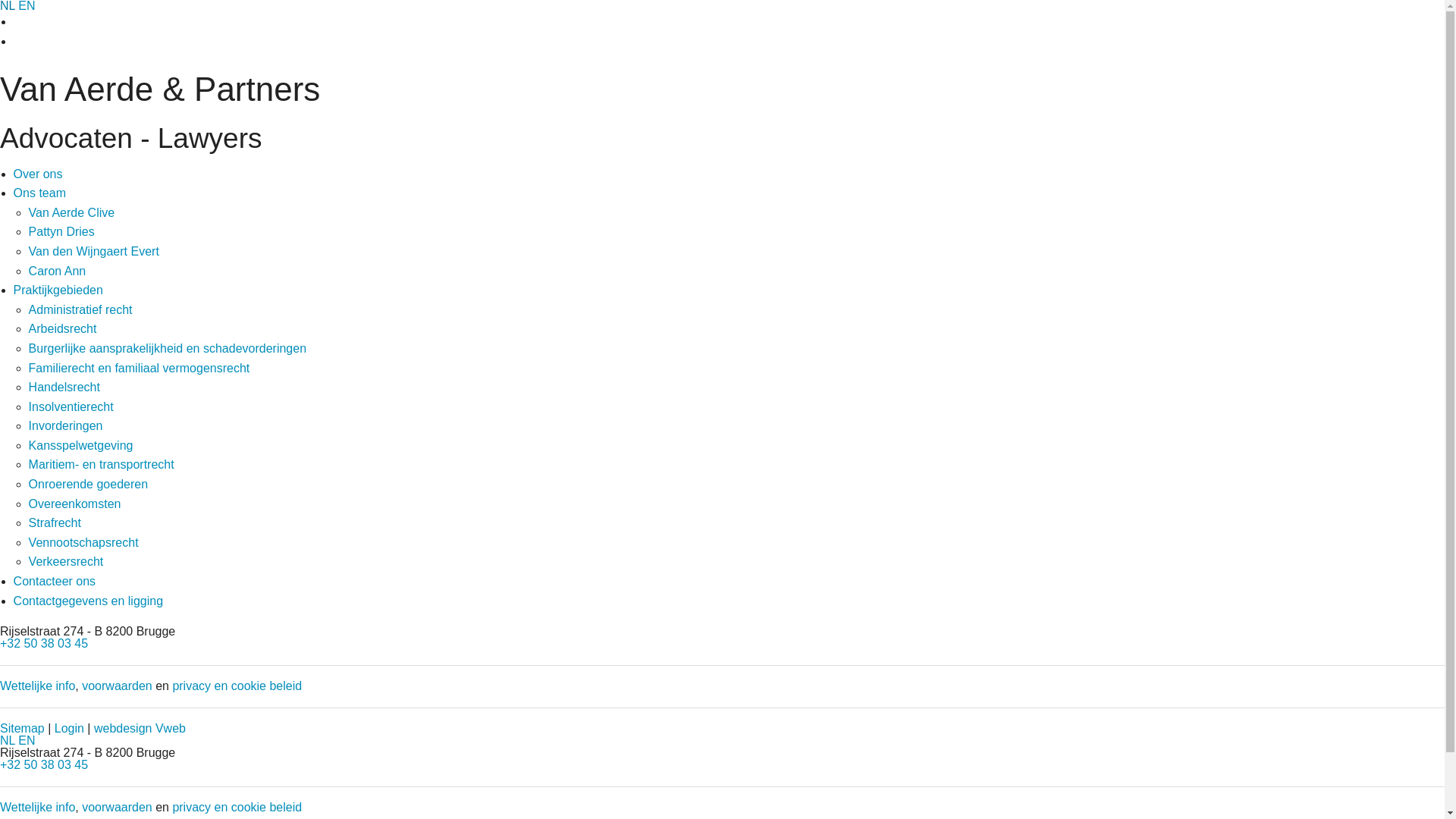  I want to click on 'Insolventierecht', so click(71, 406).